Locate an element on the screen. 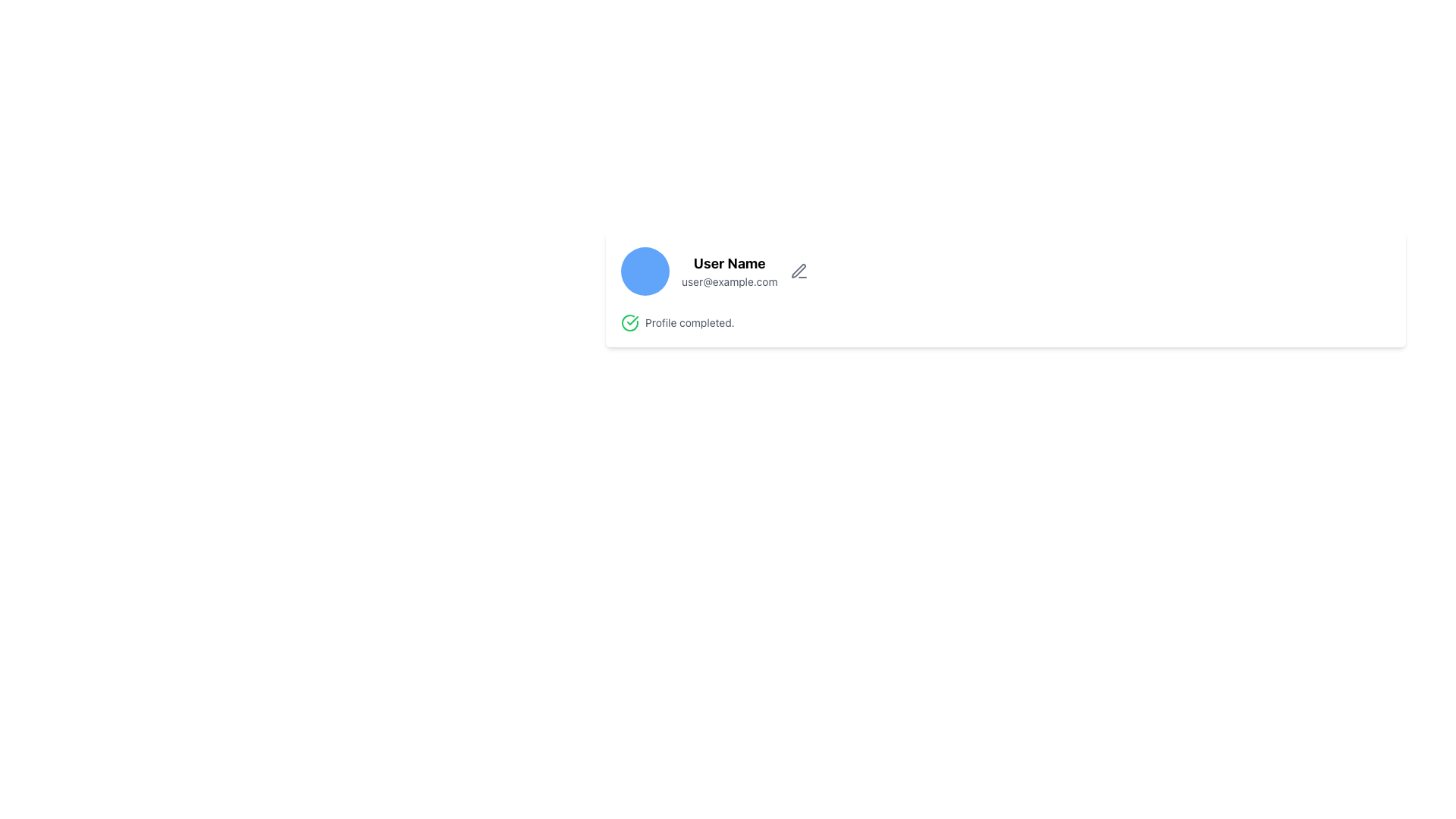 The width and height of the screenshot is (1456, 819). the label displaying the user's name 'User Name' and email 'user@example.com', located centrally in the profile information panel, to the right of the avatar and left of the edit icon is located at coordinates (730, 271).